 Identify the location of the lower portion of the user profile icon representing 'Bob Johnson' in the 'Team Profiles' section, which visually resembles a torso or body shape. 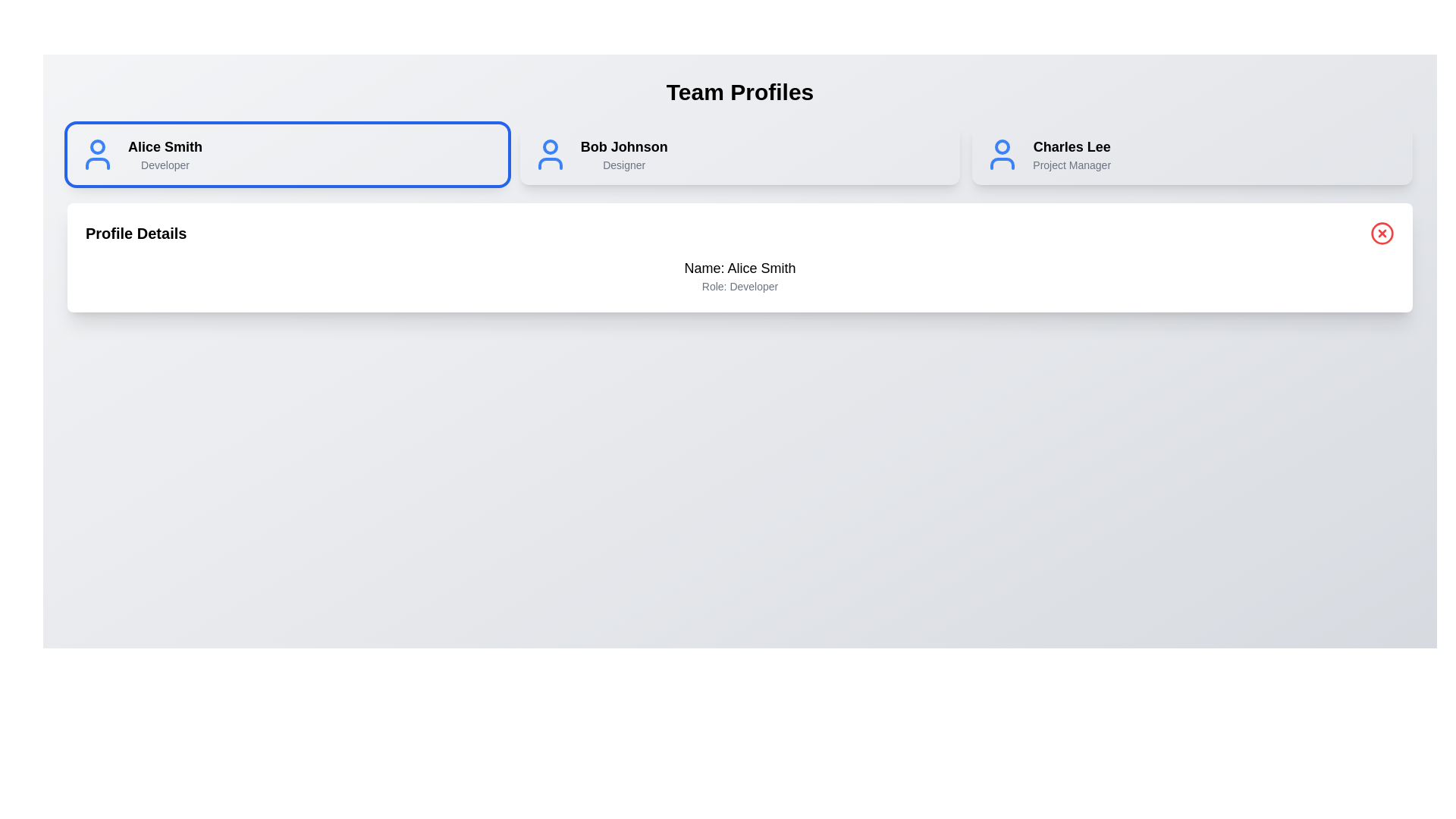
(549, 164).